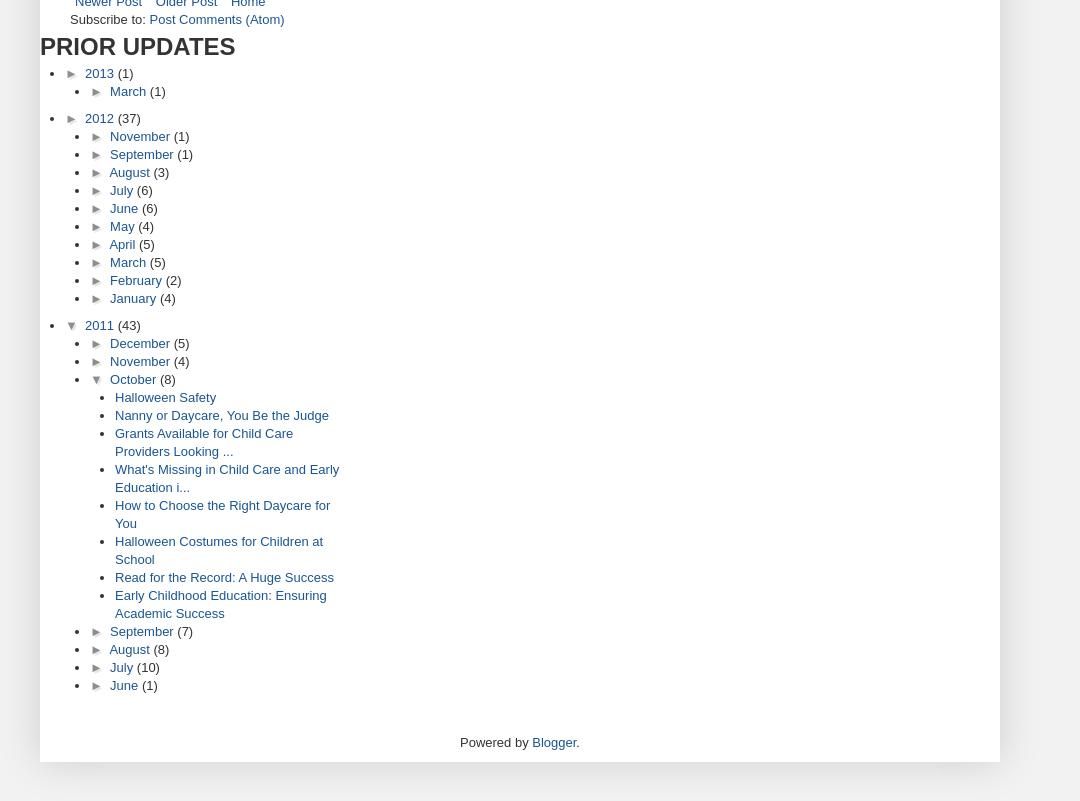  Describe the element at coordinates (100, 325) in the screenshot. I see `'2011'` at that location.